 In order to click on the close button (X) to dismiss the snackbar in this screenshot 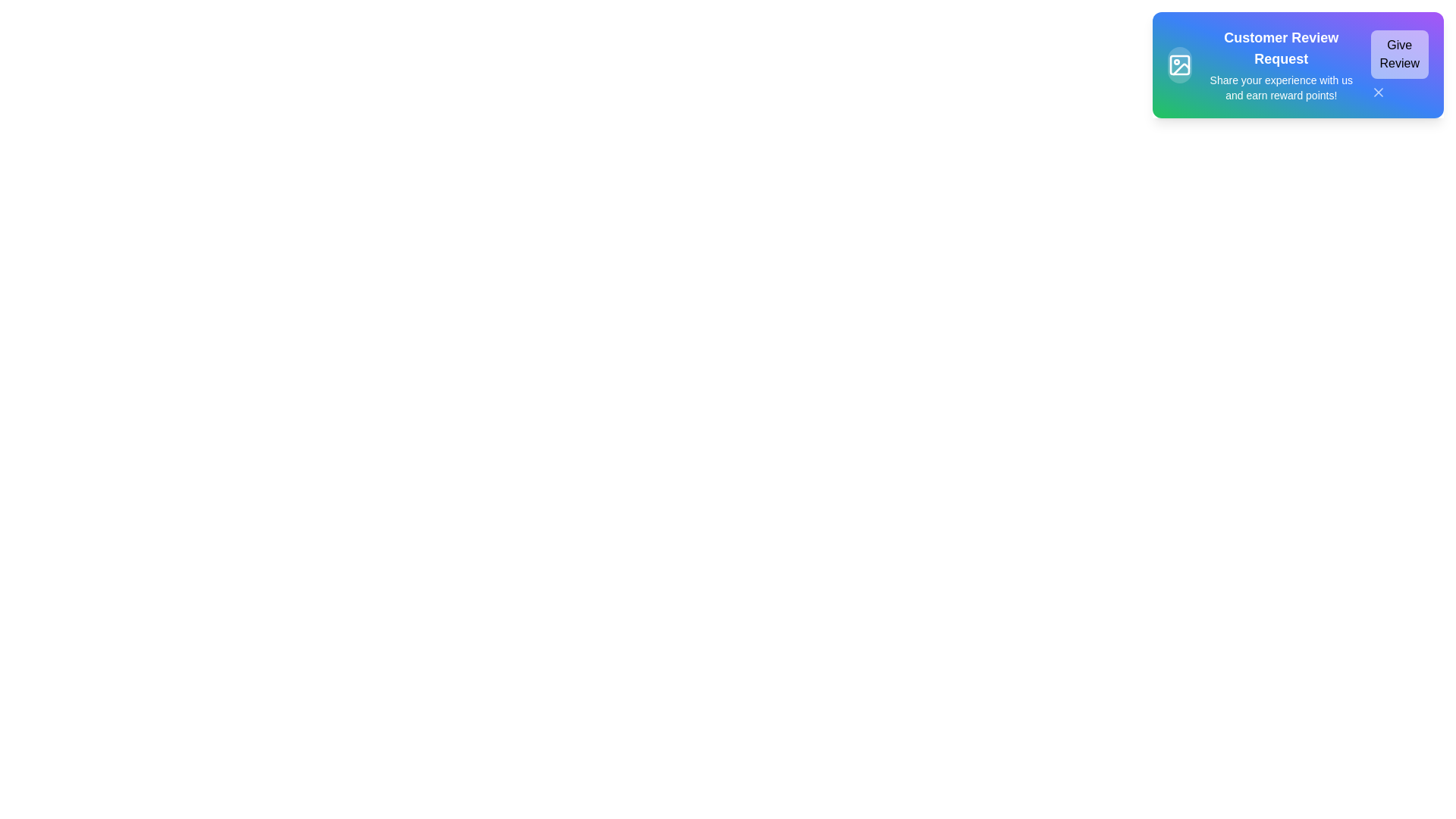, I will do `click(1378, 93)`.